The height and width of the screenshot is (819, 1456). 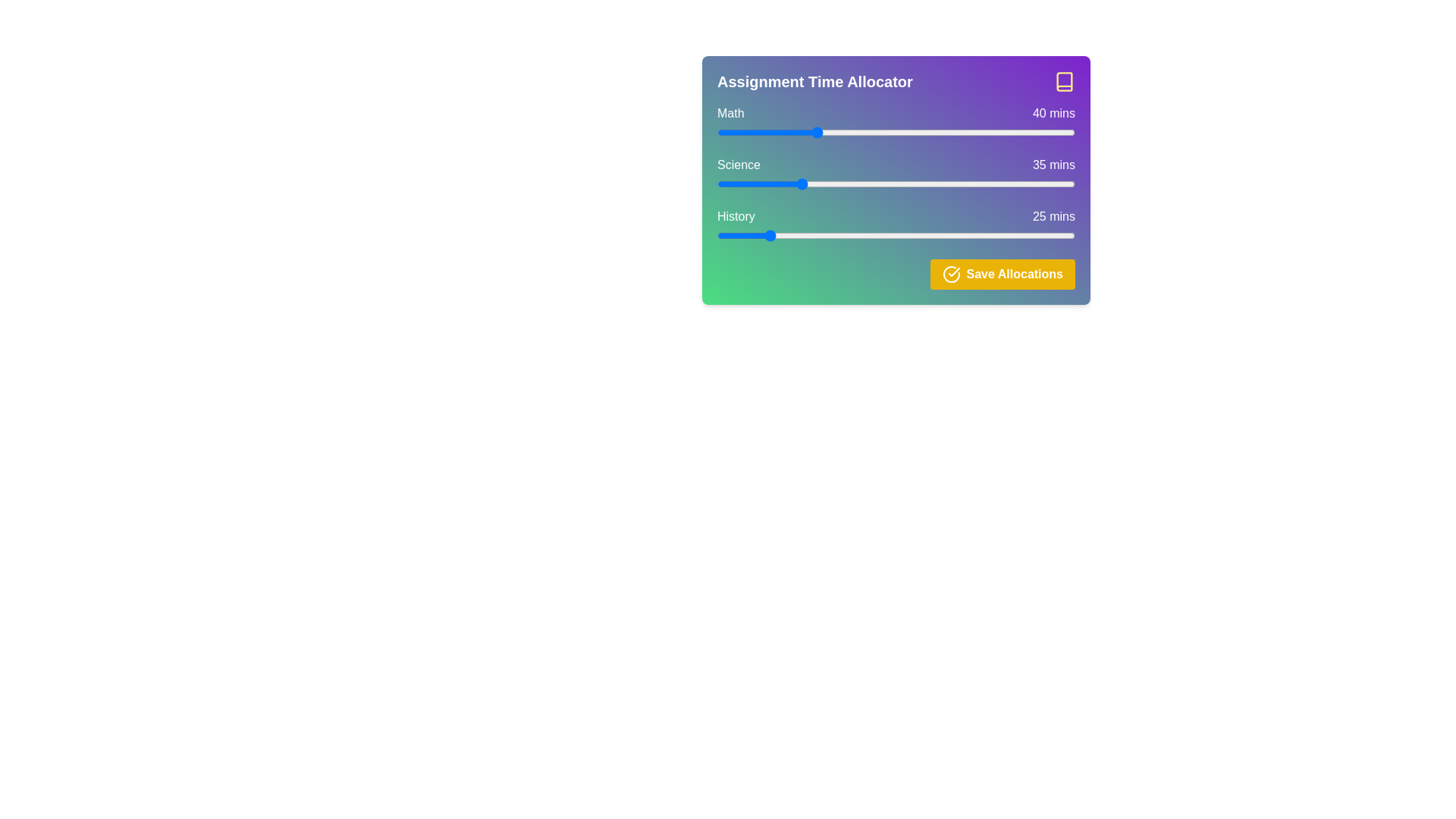 What do you see at coordinates (931, 184) in the screenshot?
I see `time allocation for Science` at bounding box center [931, 184].